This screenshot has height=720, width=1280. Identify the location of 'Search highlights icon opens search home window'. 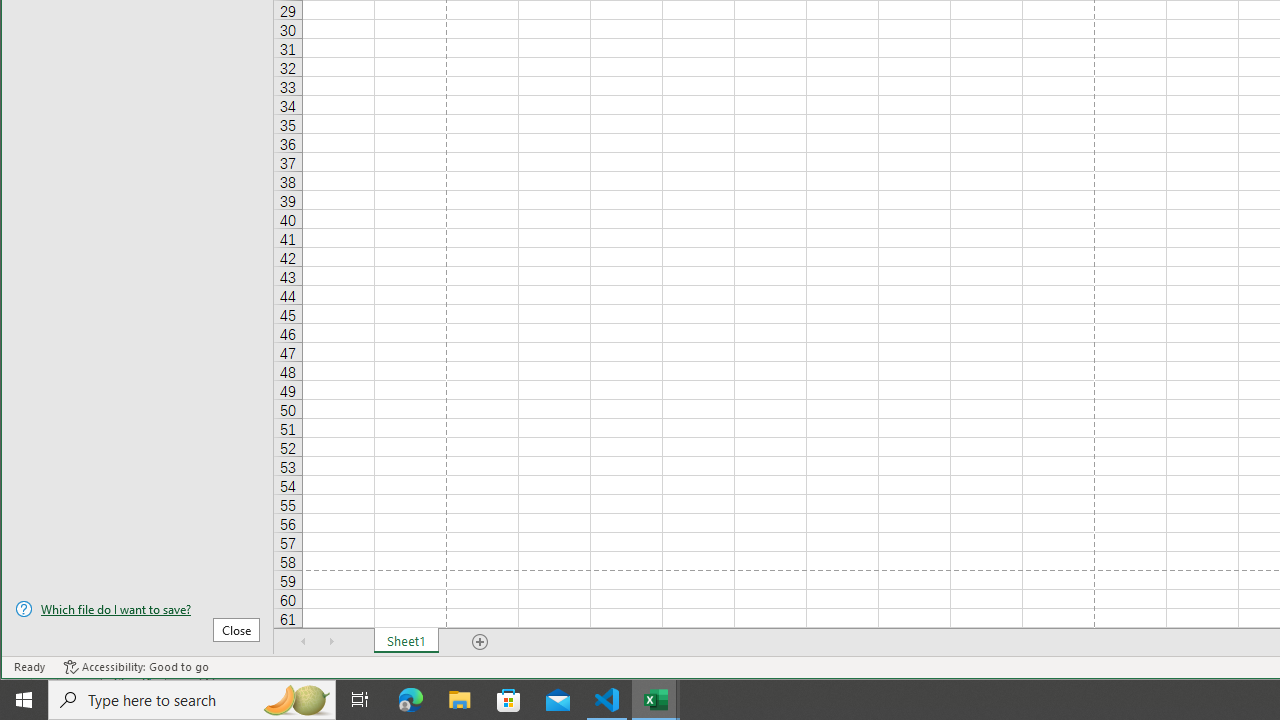
(294, 698).